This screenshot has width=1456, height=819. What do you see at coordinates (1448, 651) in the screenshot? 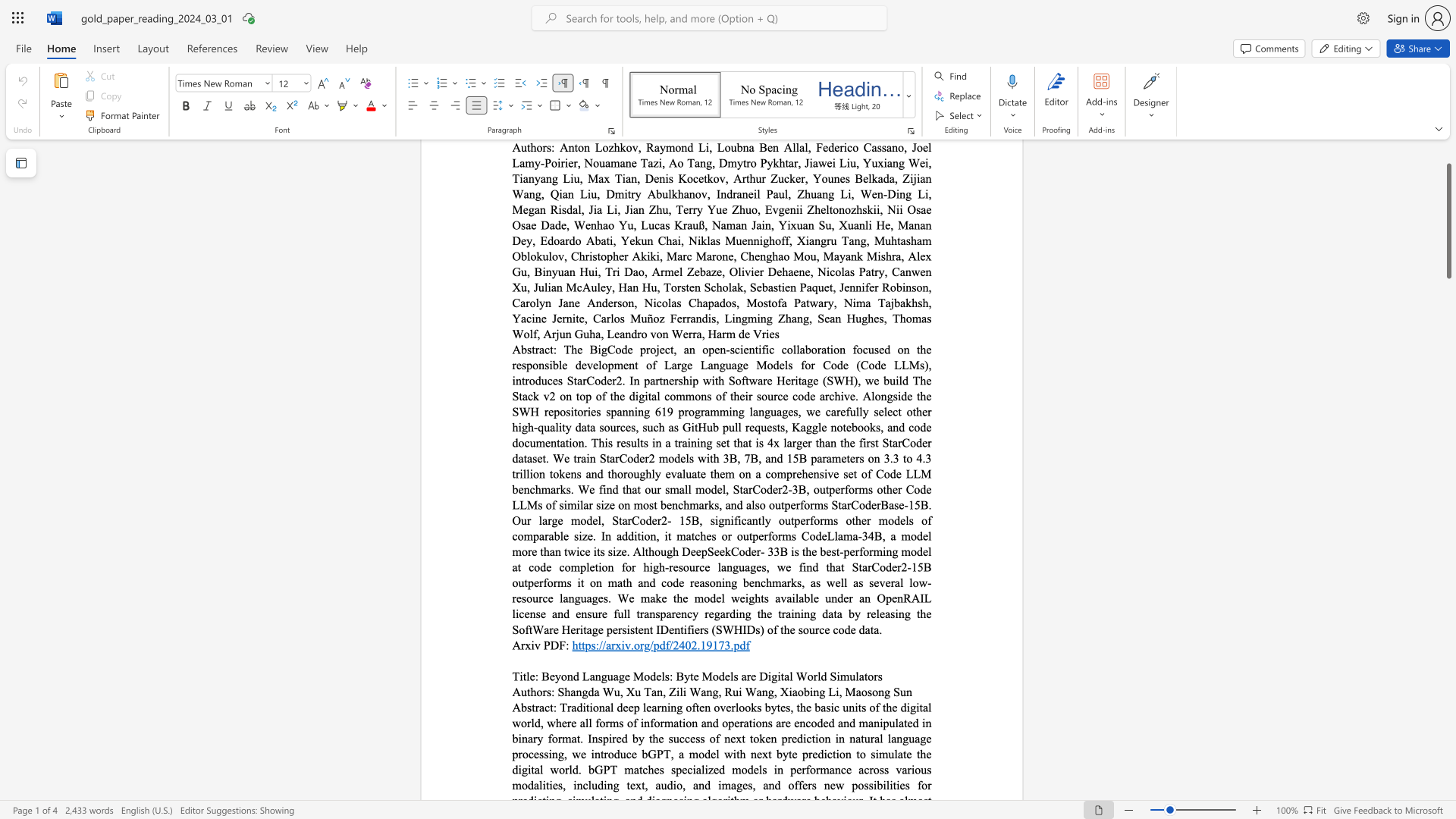
I see `the scrollbar to adjust the page downward` at bounding box center [1448, 651].